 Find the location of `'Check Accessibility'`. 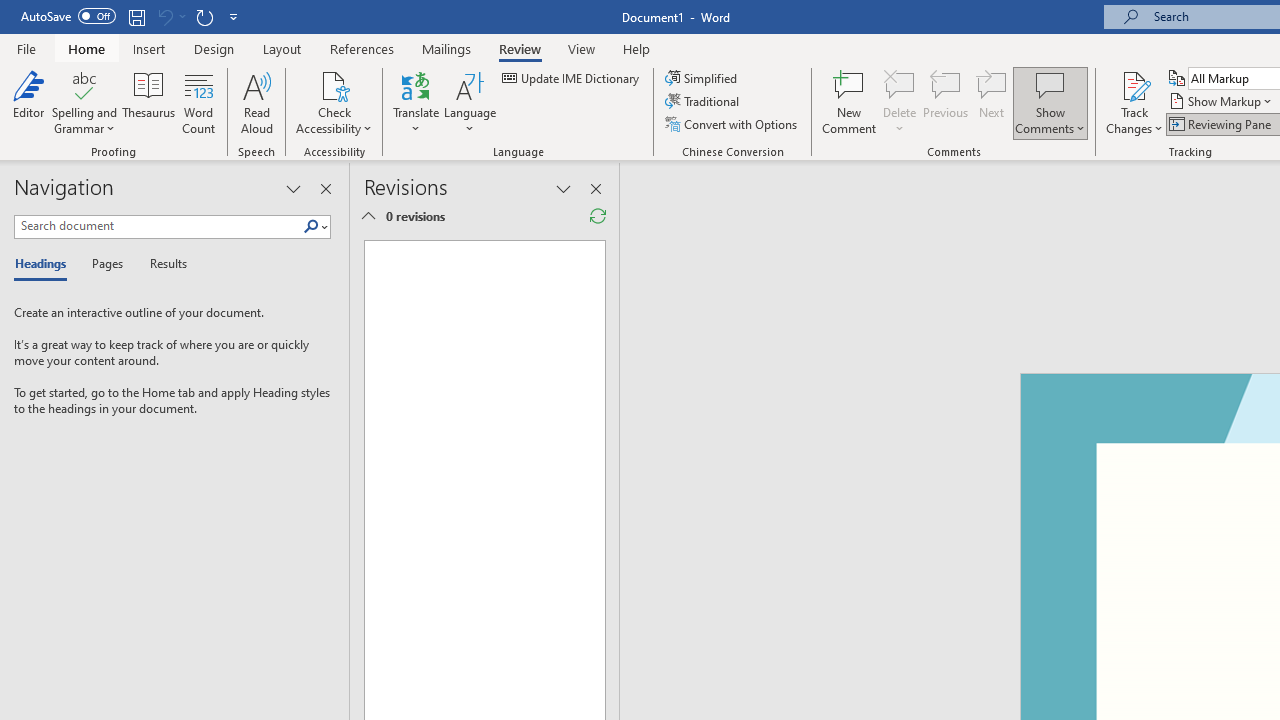

'Check Accessibility' is located at coordinates (334, 103).